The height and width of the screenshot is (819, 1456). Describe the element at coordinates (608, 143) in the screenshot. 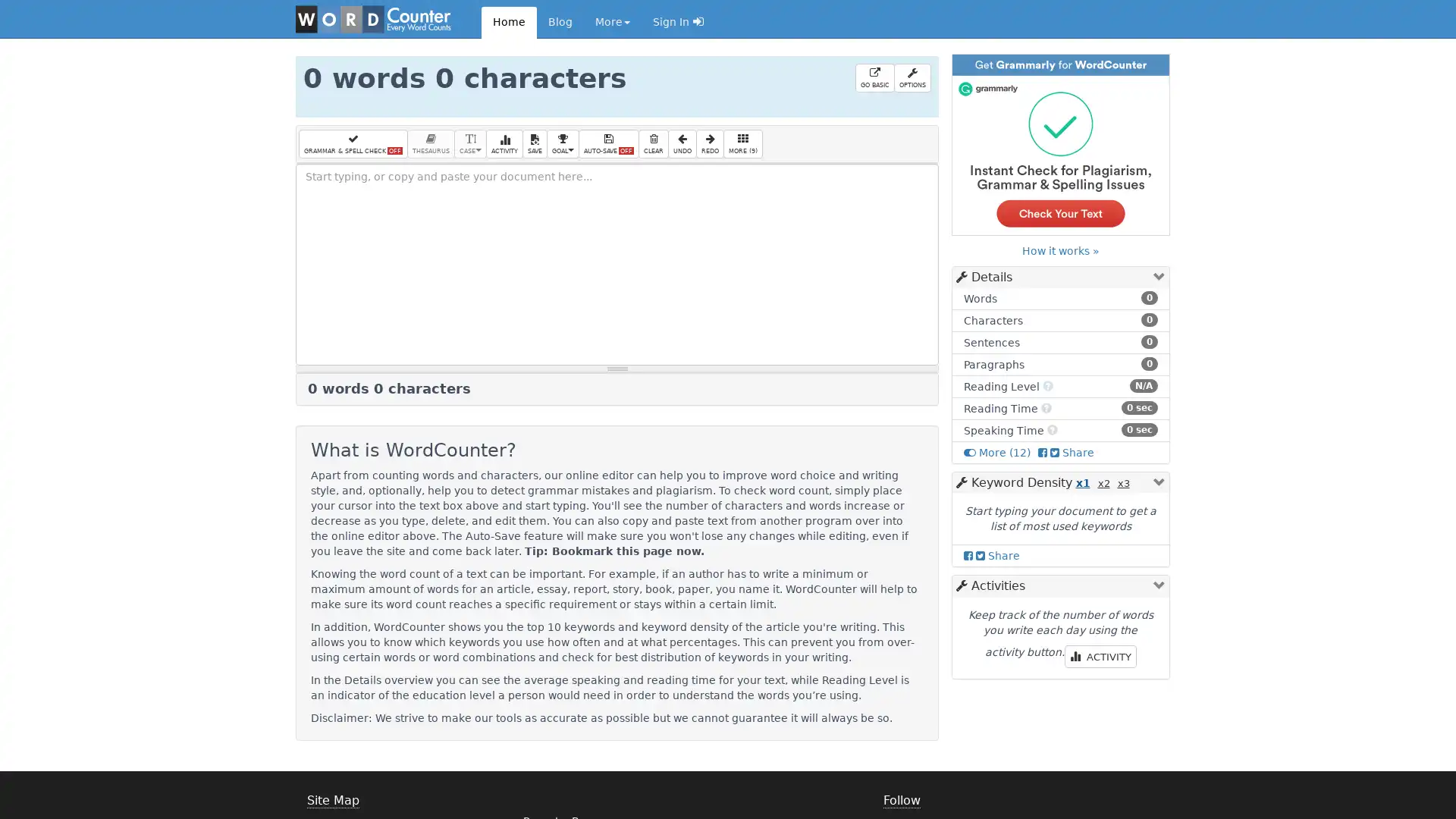

I see `AUTO-SAVEOFF` at that location.